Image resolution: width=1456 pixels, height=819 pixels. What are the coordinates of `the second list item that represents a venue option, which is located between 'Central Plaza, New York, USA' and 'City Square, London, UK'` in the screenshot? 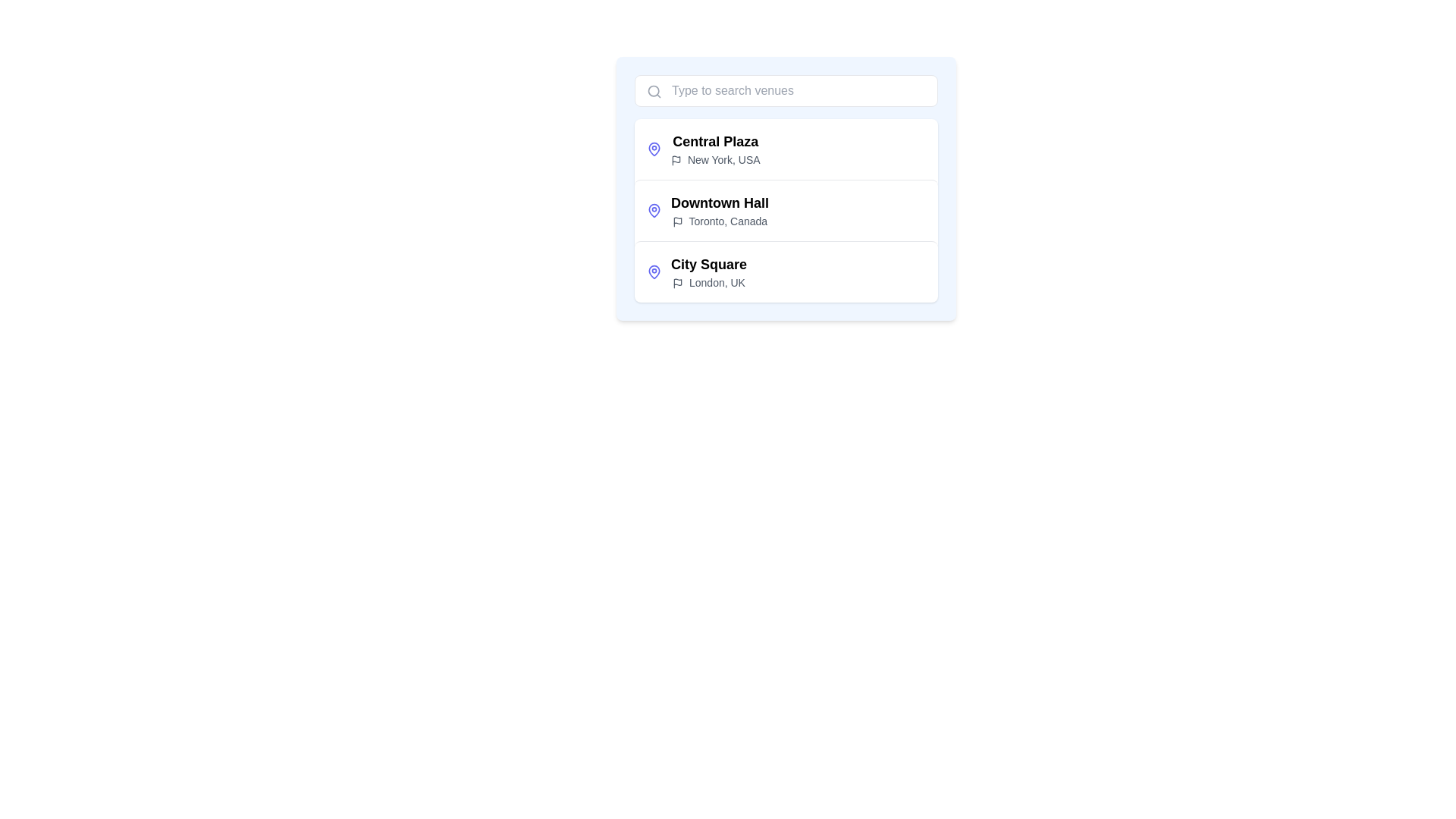 It's located at (719, 210).